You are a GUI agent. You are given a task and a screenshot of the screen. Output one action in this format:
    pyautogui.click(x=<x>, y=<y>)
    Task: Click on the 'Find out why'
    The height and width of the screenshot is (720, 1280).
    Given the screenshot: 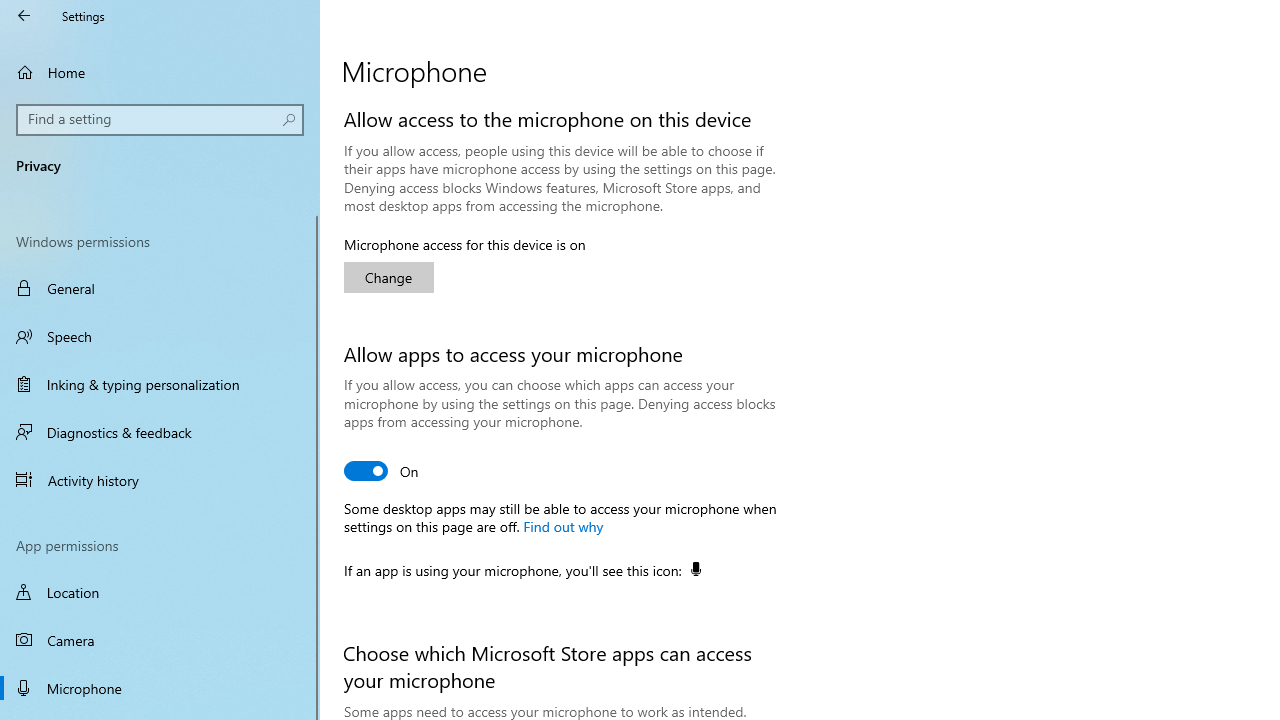 What is the action you would take?
    pyautogui.click(x=561, y=524)
    